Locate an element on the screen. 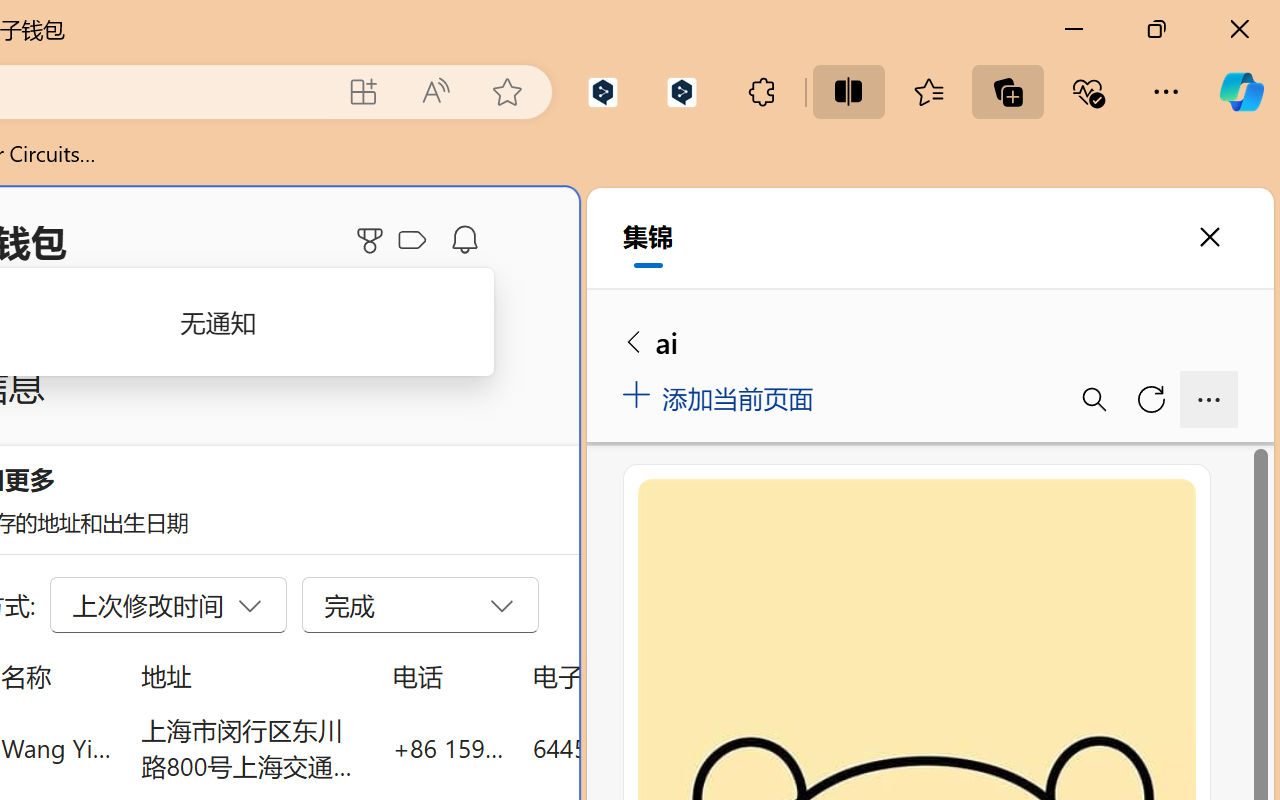 Image resolution: width=1280 pixels, height=800 pixels. 'Copilot (Ctrl+Shift+.)' is located at coordinates (1240, 91).